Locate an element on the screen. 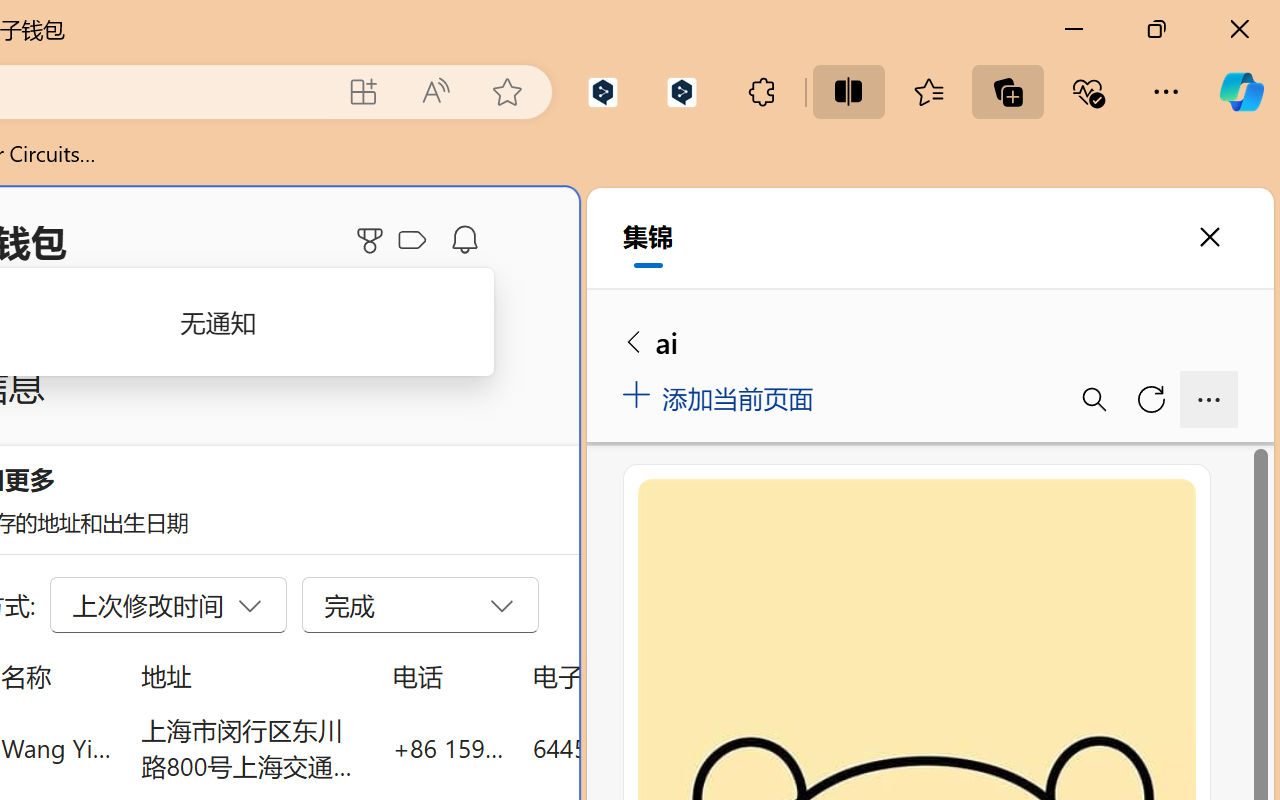 Image resolution: width=1280 pixels, height=800 pixels. 'Copilot (Ctrl+Shift+.)' is located at coordinates (1240, 91).